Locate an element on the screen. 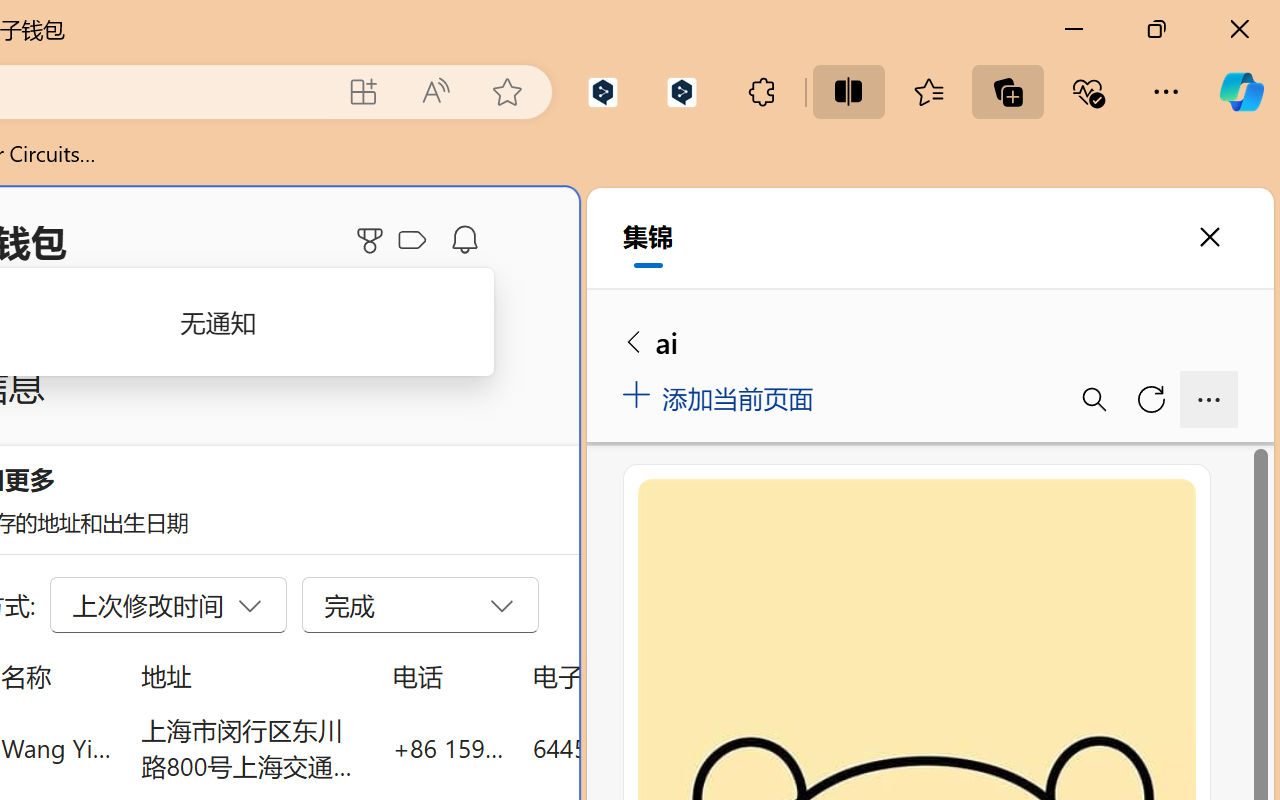 Image resolution: width=1280 pixels, height=800 pixels. 'Copilot (Ctrl+Shift+.)' is located at coordinates (1240, 91).